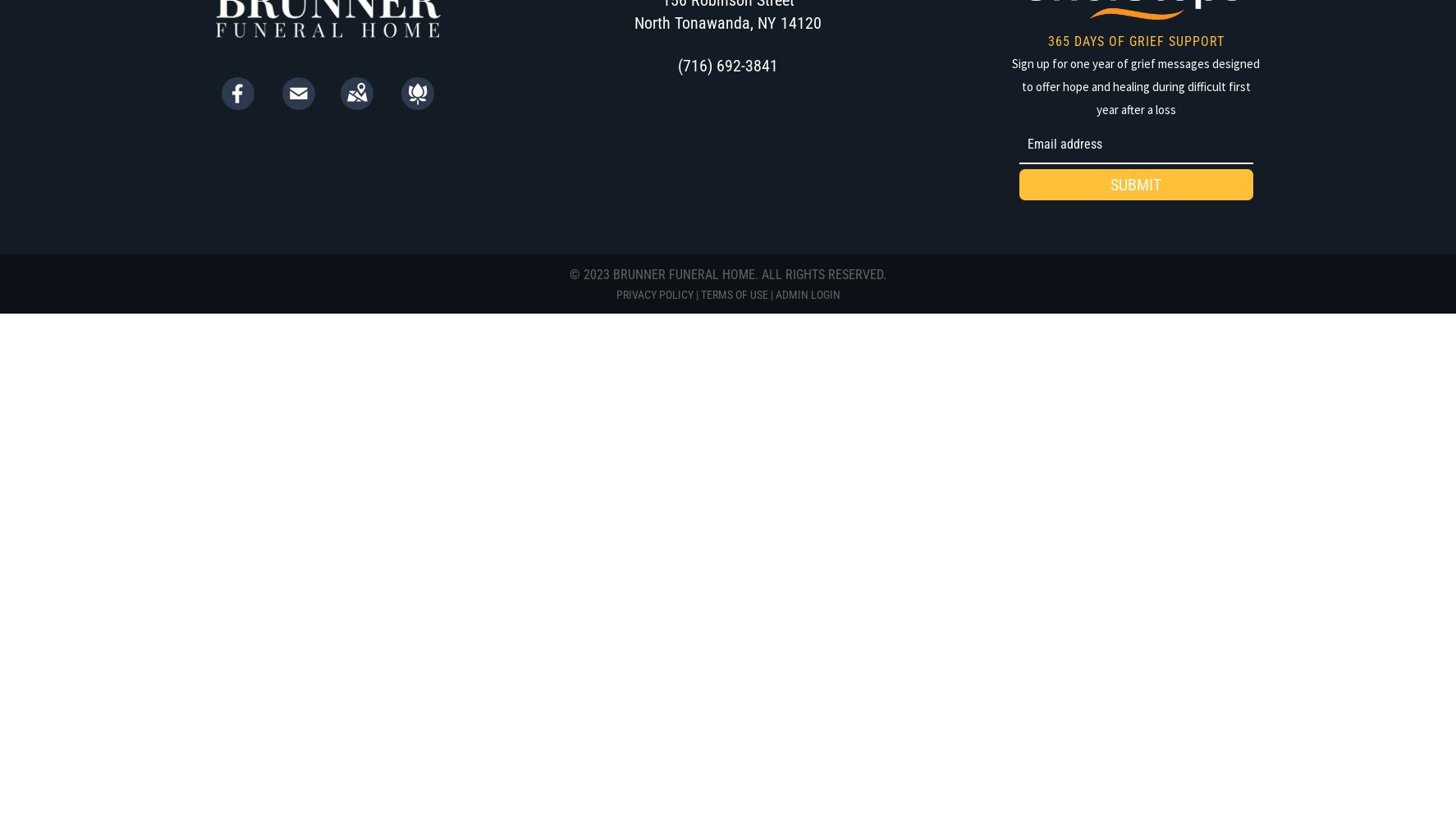  Describe the element at coordinates (1135, 40) in the screenshot. I see `'365 DAYS OF GRIEF SUPPORT'` at that location.